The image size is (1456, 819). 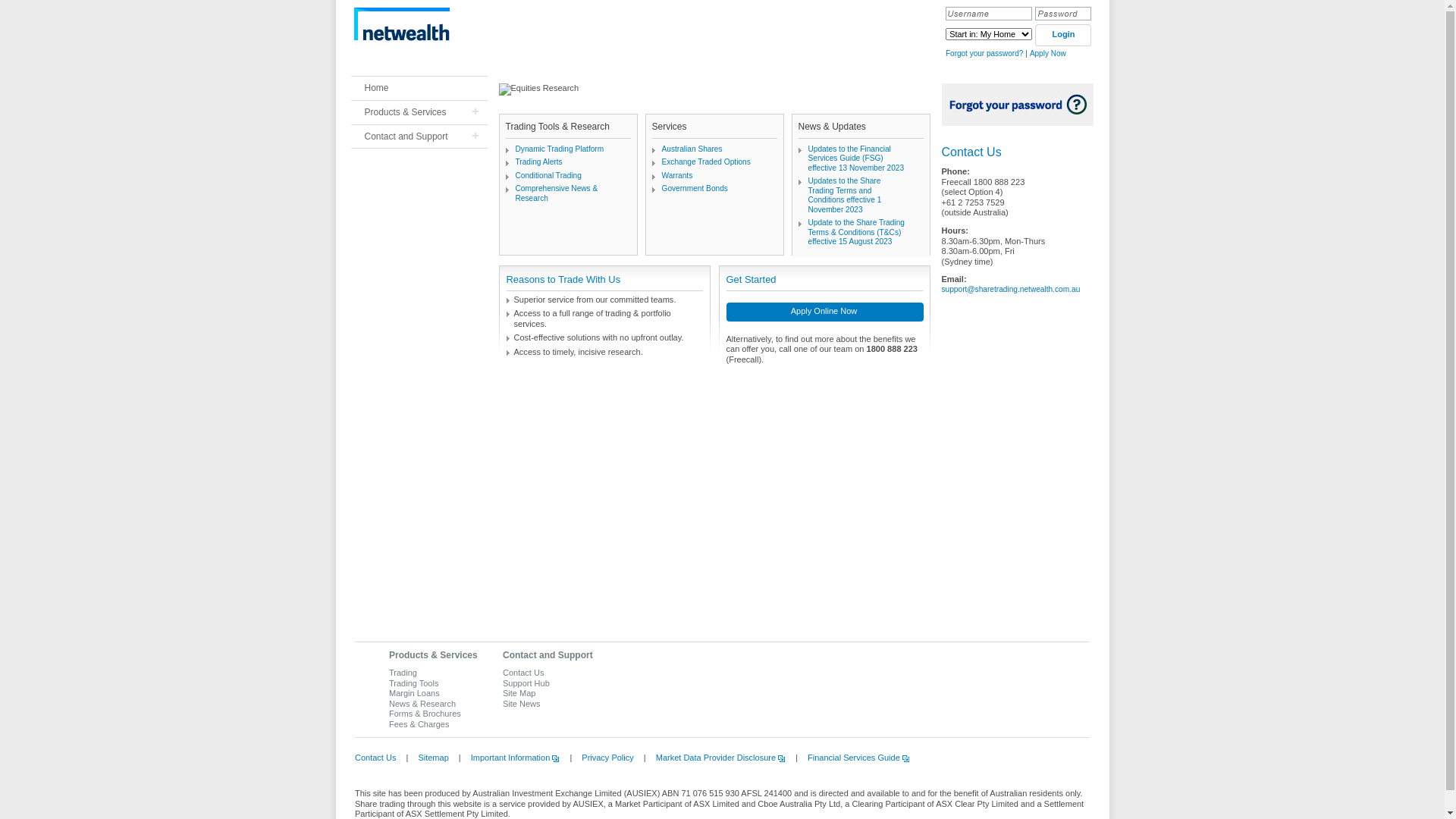 I want to click on 'Trading', so click(x=389, y=672).